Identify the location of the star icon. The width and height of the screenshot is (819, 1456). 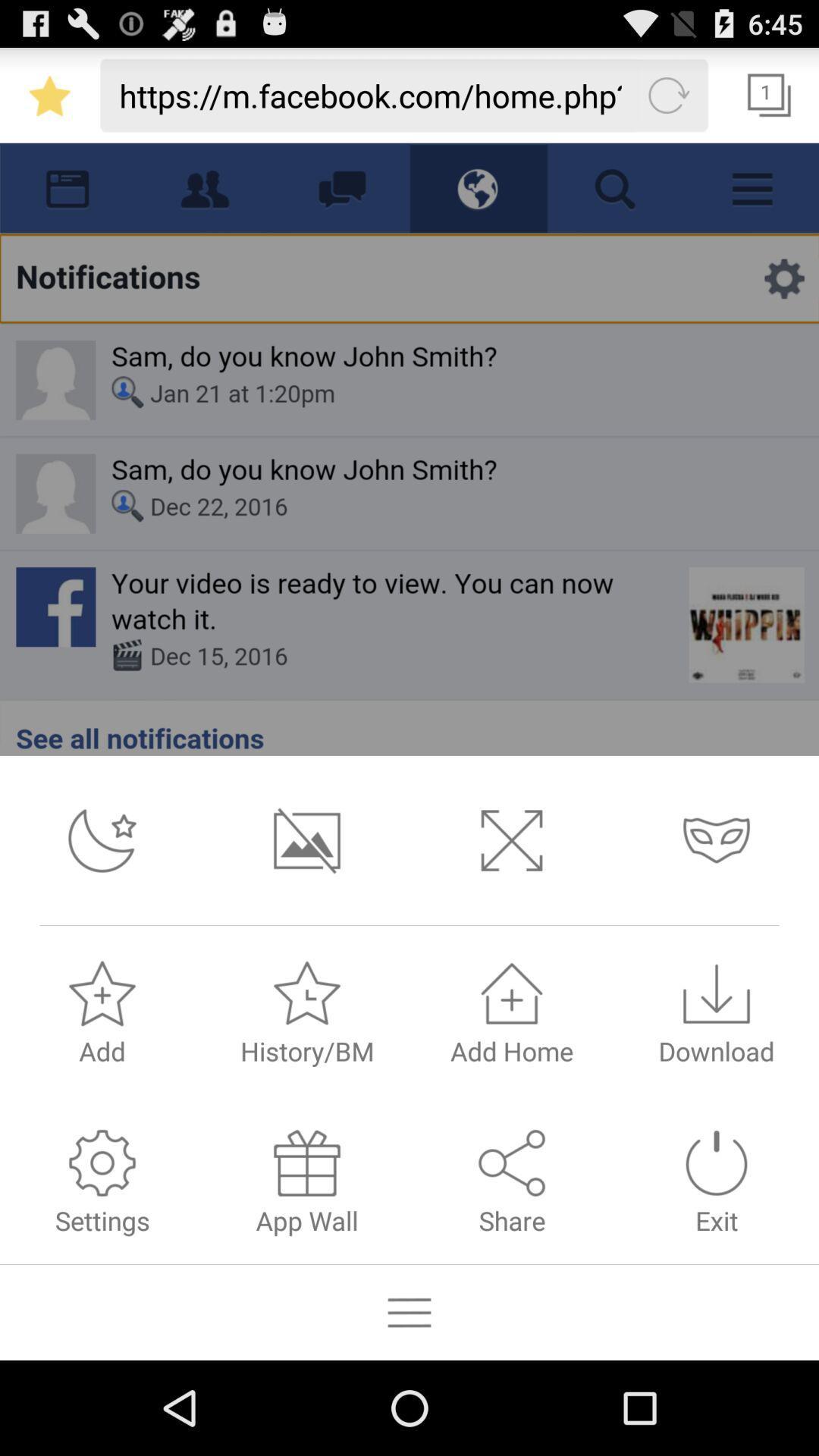
(49, 101).